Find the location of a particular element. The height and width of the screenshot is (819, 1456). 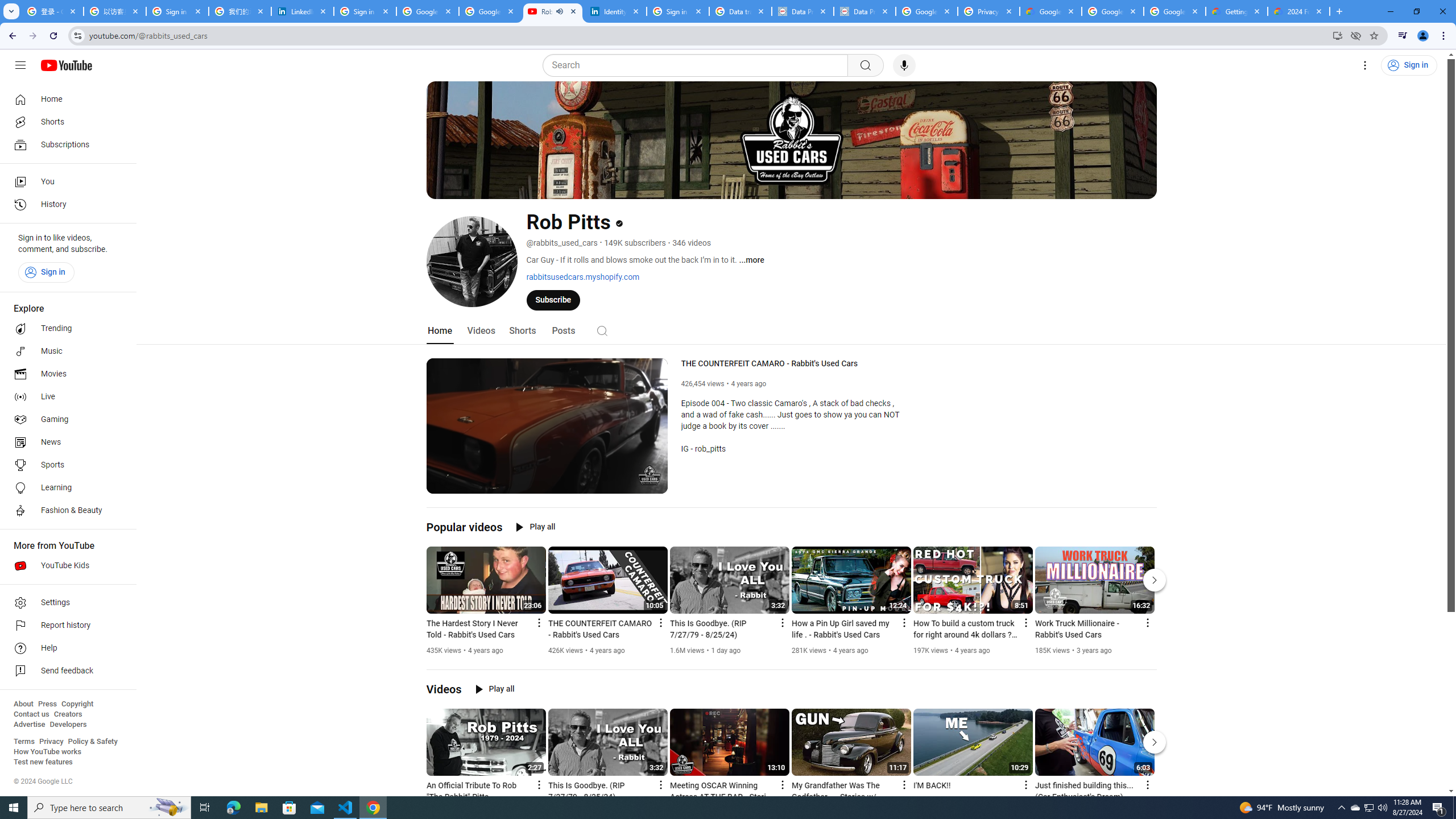

'Search' is located at coordinates (698, 65).